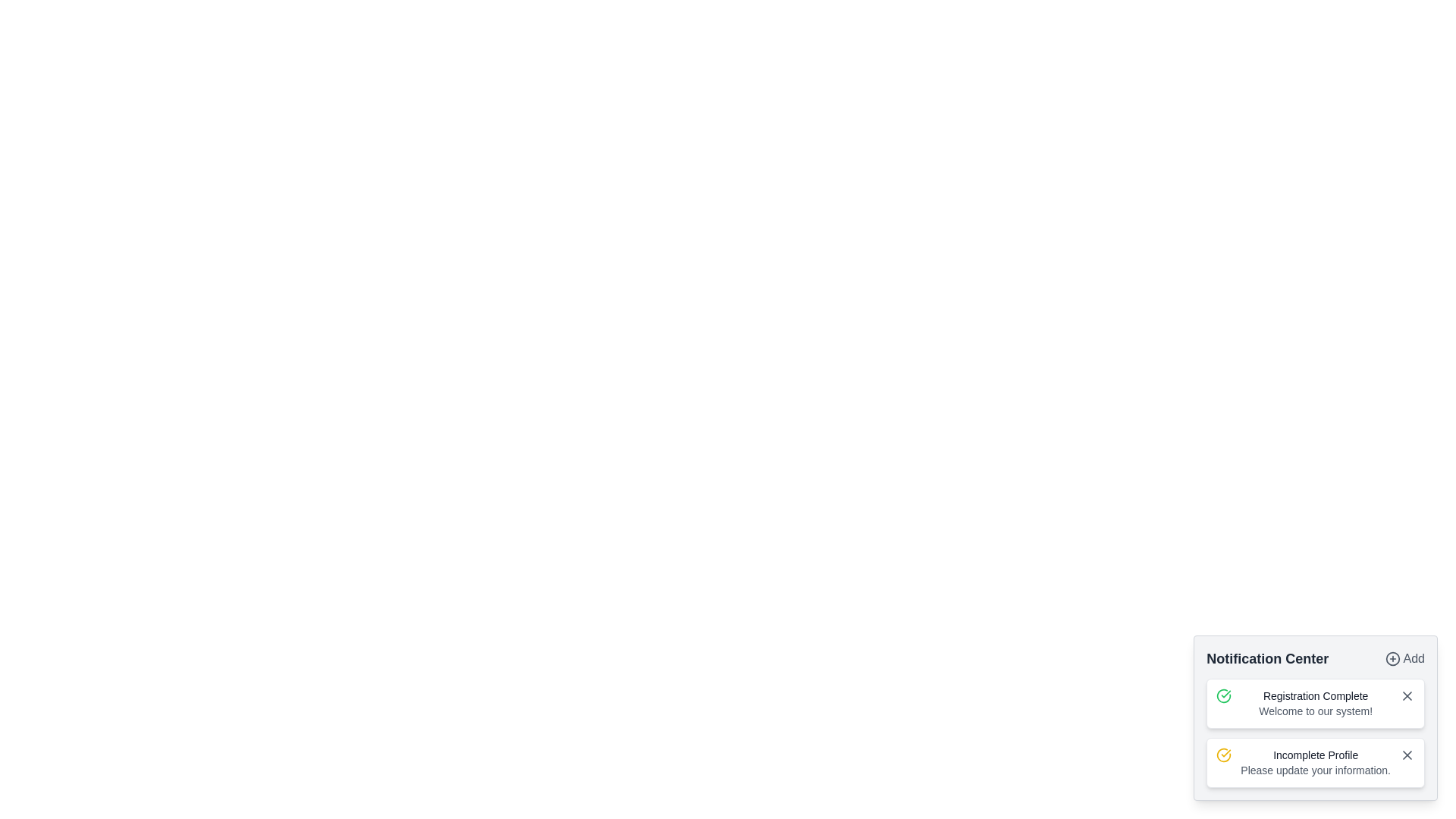 This screenshot has height=819, width=1456. What do you see at coordinates (1392, 657) in the screenshot?
I see `the circular icon with a plus symbol inside it, located to the left of the text 'Add'` at bounding box center [1392, 657].